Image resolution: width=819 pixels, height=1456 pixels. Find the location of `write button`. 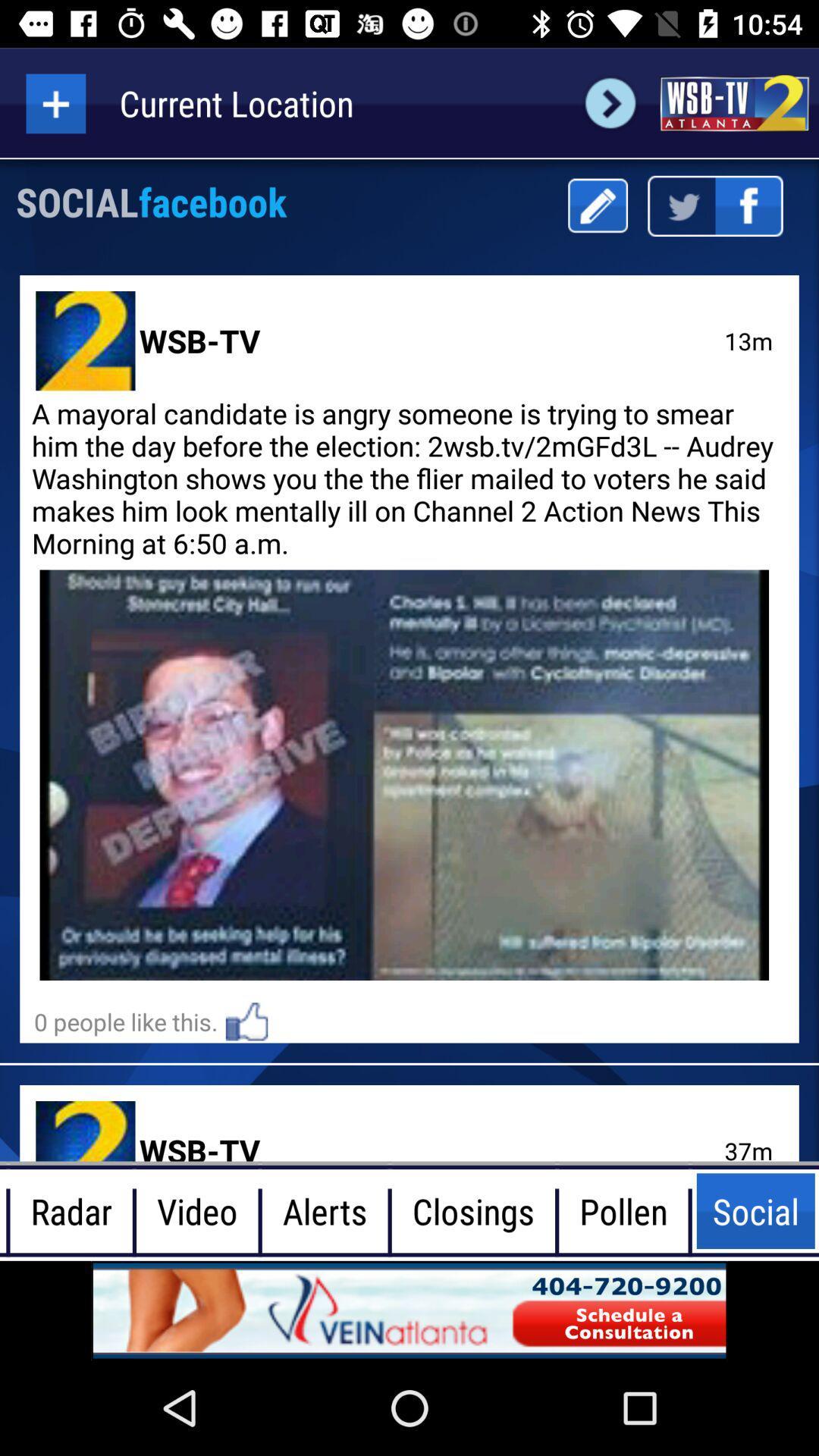

write button is located at coordinates (597, 205).